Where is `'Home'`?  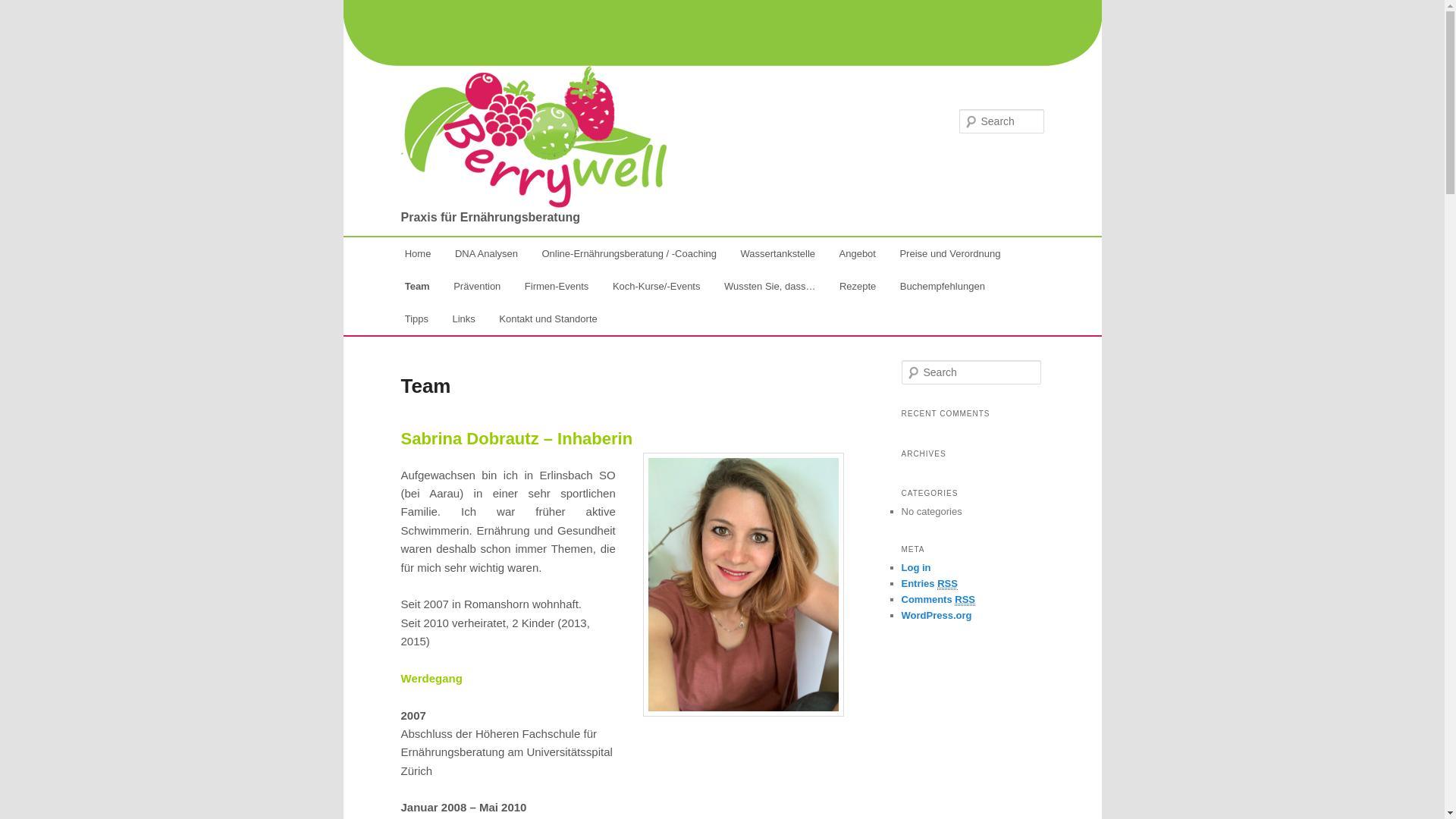
'Home' is located at coordinates (418, 252).